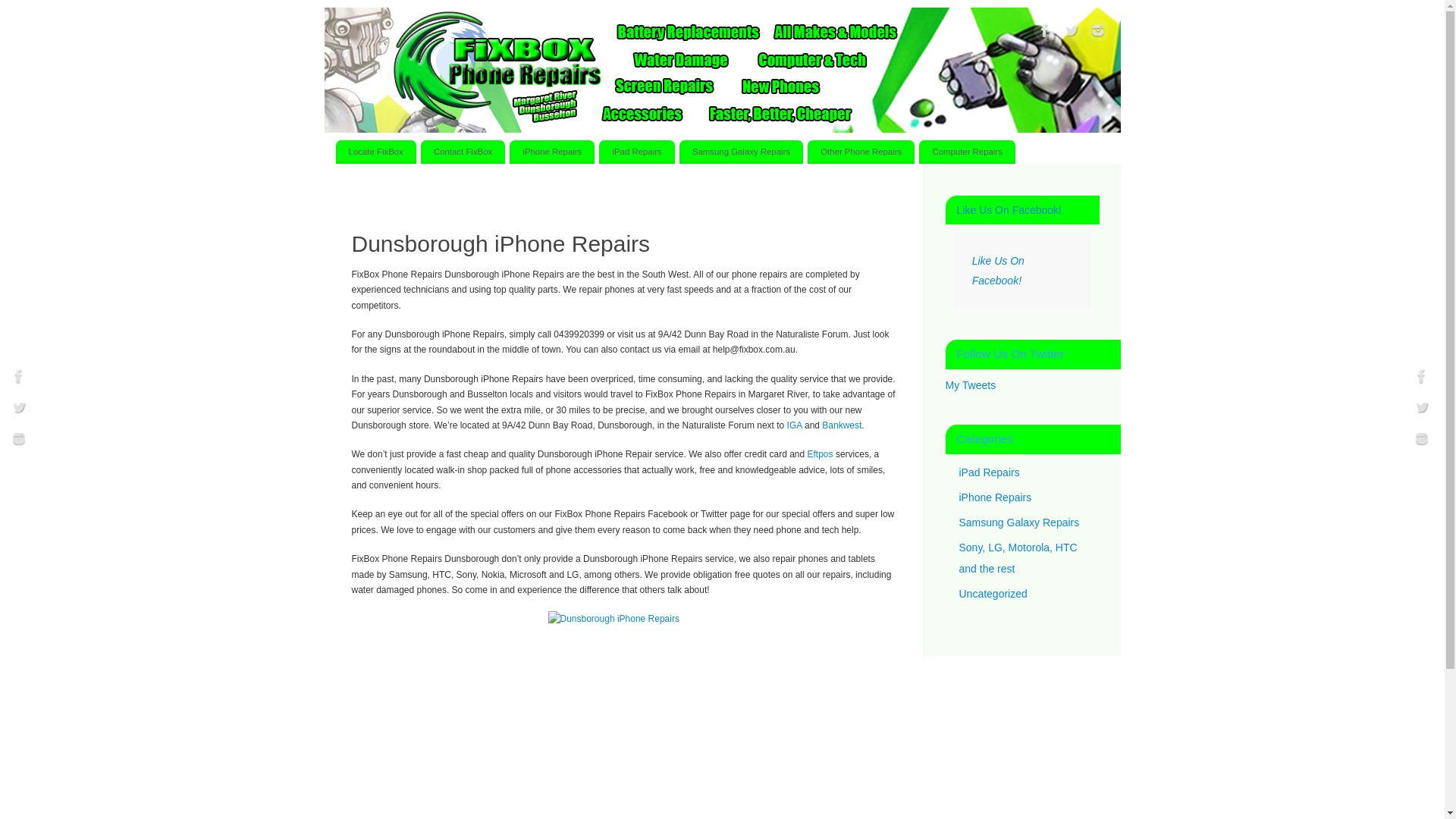 This screenshot has width=1456, height=819. I want to click on 'iPad Repairs', so click(957, 470).